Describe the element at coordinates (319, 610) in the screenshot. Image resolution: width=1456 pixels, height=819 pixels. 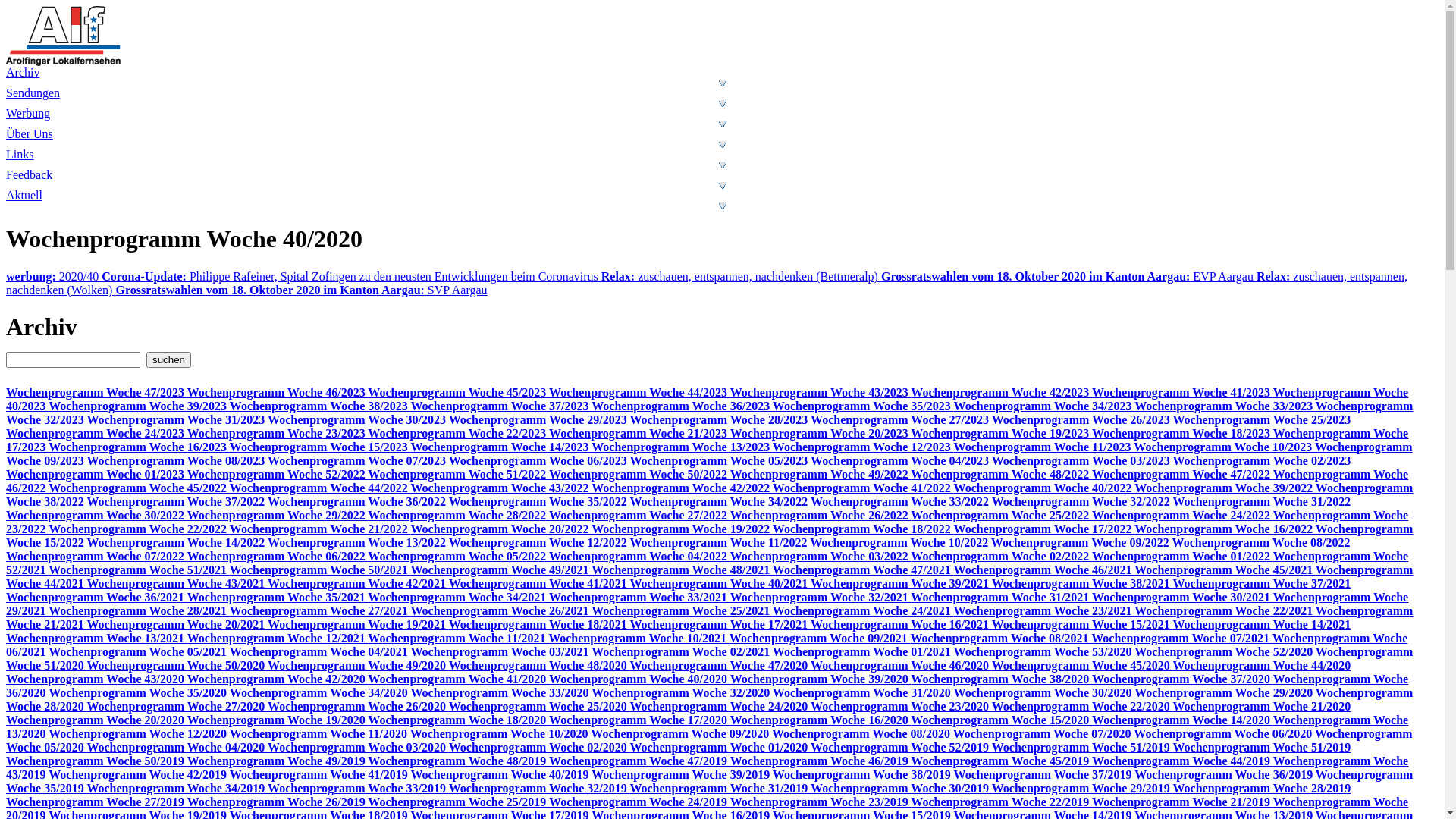
I see `'Wochenprogramm Woche 27/2021'` at that location.